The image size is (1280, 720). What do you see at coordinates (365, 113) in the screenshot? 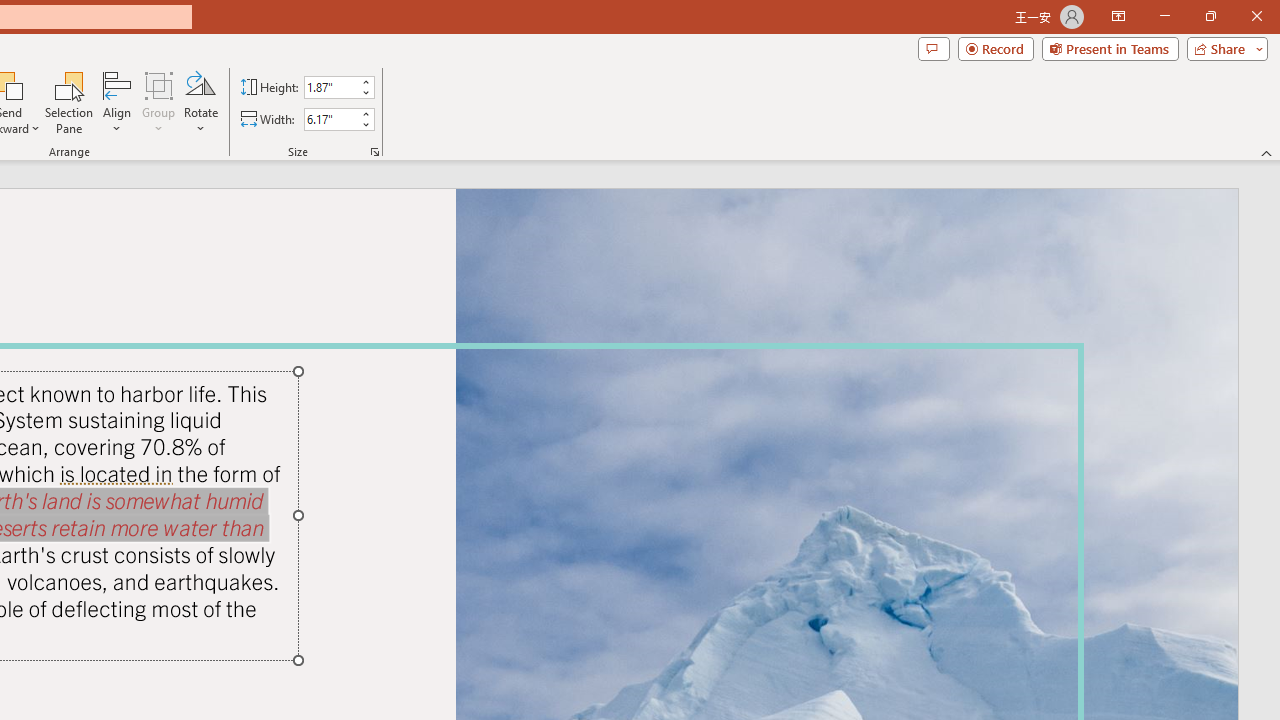
I see `'More'` at bounding box center [365, 113].